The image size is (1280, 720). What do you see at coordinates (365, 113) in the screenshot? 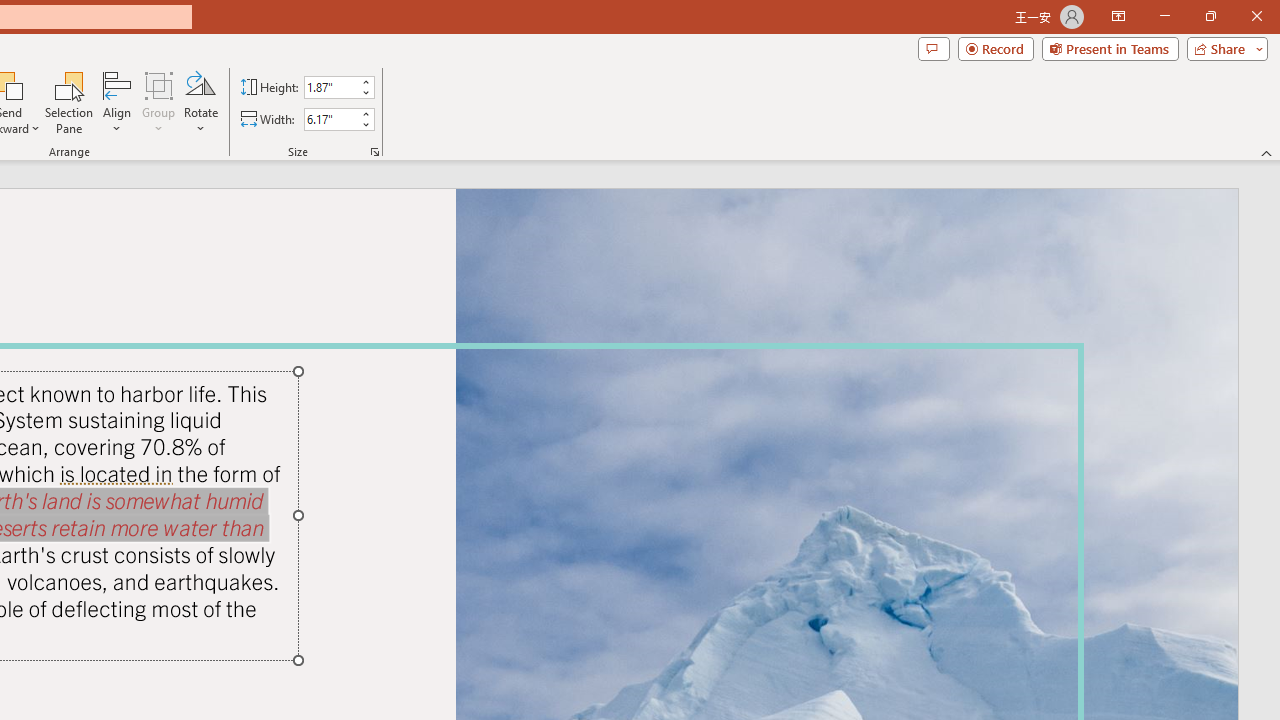
I see `'More'` at bounding box center [365, 113].